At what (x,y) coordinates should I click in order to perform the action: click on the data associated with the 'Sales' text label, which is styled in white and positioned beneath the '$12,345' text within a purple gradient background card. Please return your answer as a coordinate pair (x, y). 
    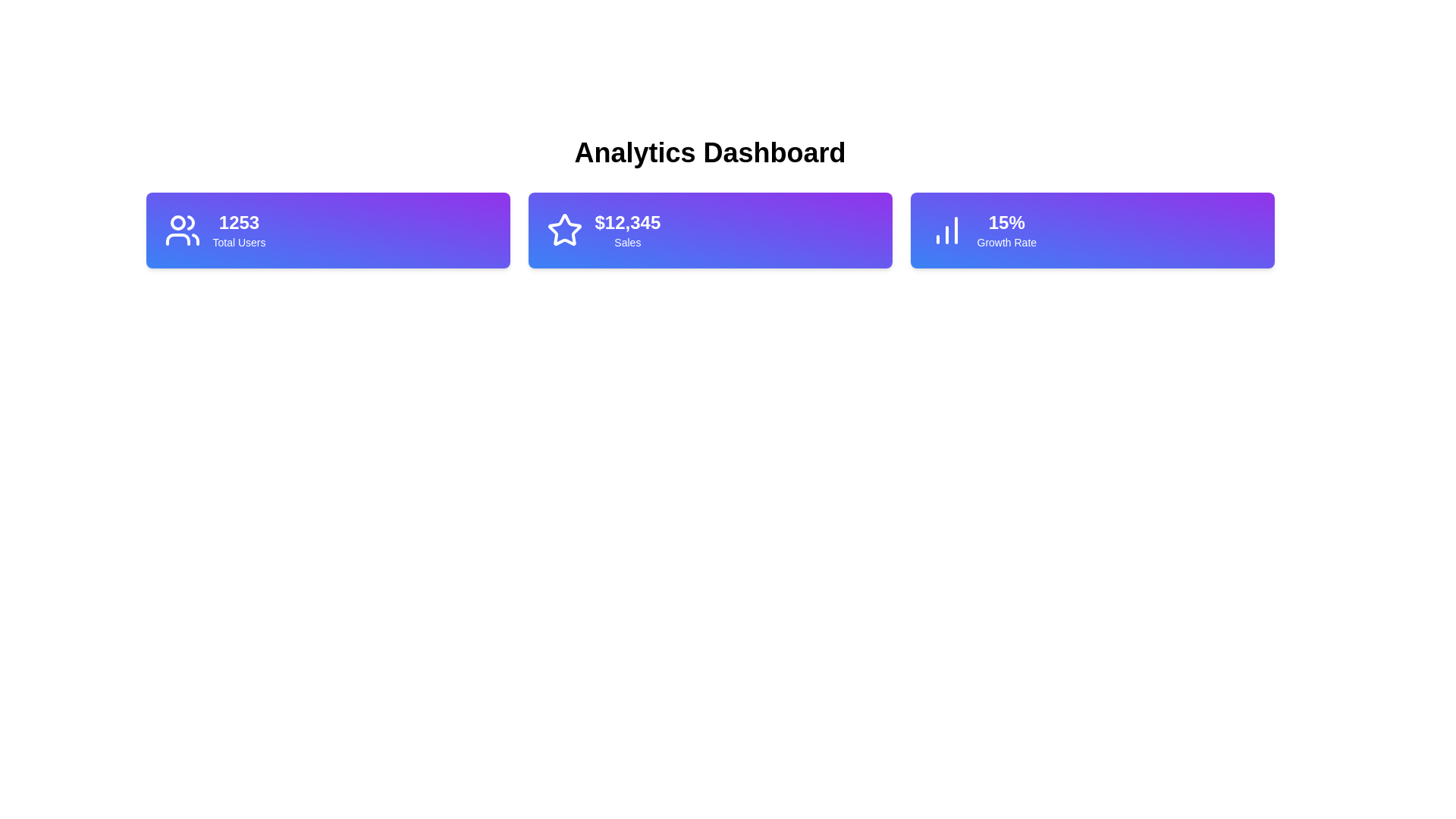
    Looking at the image, I should click on (627, 242).